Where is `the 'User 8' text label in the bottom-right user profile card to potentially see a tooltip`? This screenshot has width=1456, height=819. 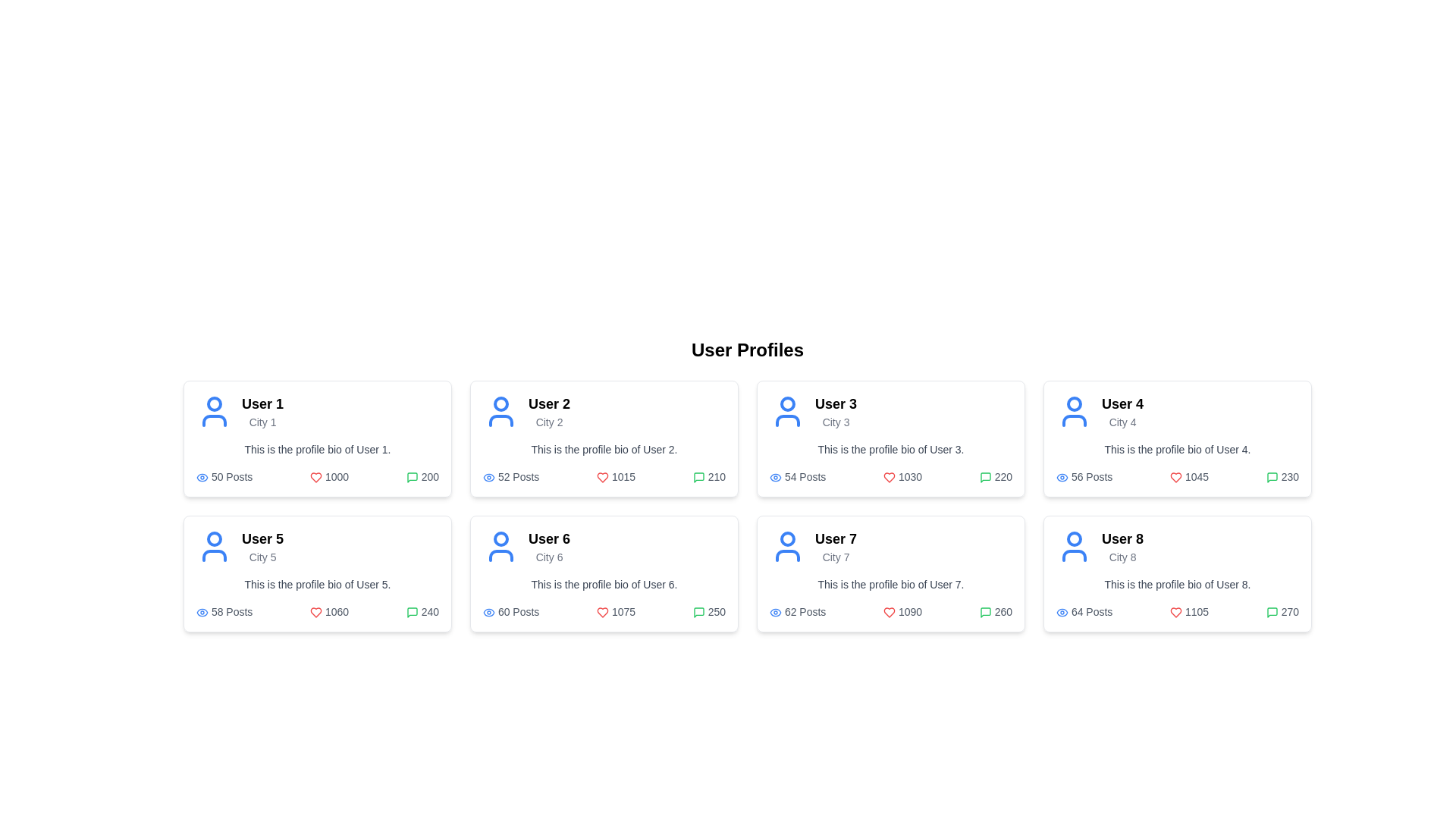
the 'User 8' text label in the bottom-right user profile card to potentially see a tooltip is located at coordinates (1122, 538).